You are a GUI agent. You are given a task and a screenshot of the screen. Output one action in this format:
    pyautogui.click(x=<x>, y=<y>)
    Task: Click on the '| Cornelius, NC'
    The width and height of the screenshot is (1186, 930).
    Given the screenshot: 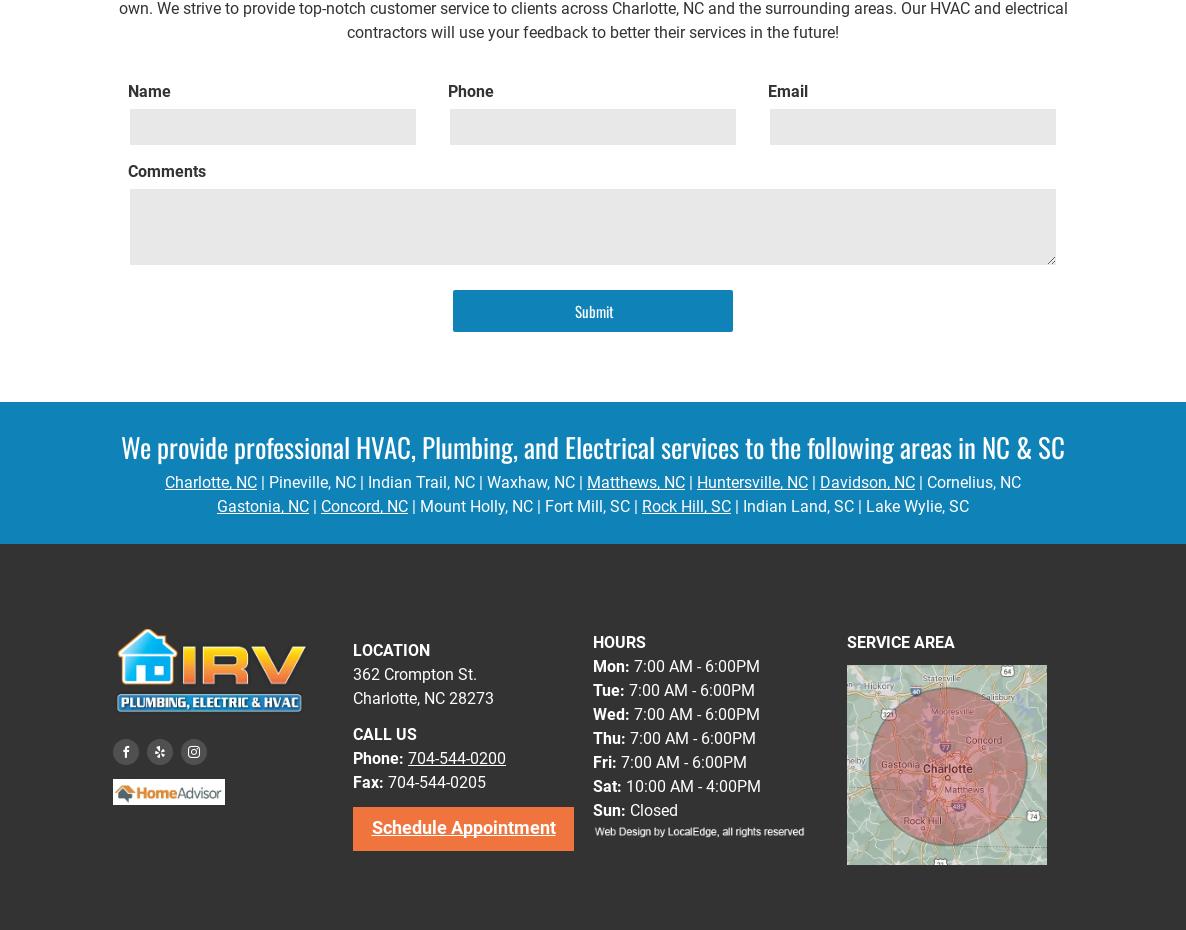 What is the action you would take?
    pyautogui.click(x=914, y=481)
    